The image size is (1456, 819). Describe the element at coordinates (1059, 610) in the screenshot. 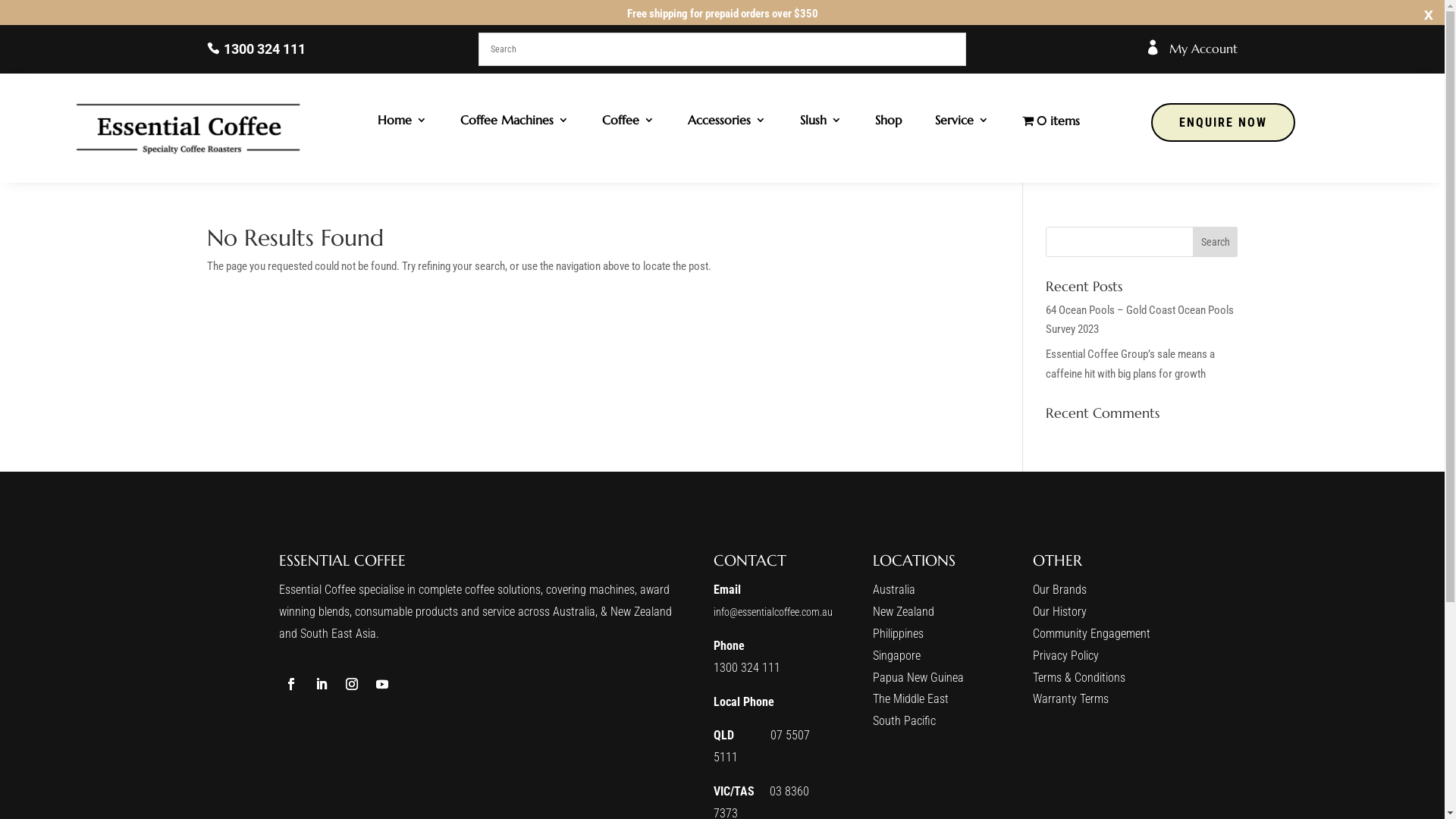

I see `'Our History'` at that location.